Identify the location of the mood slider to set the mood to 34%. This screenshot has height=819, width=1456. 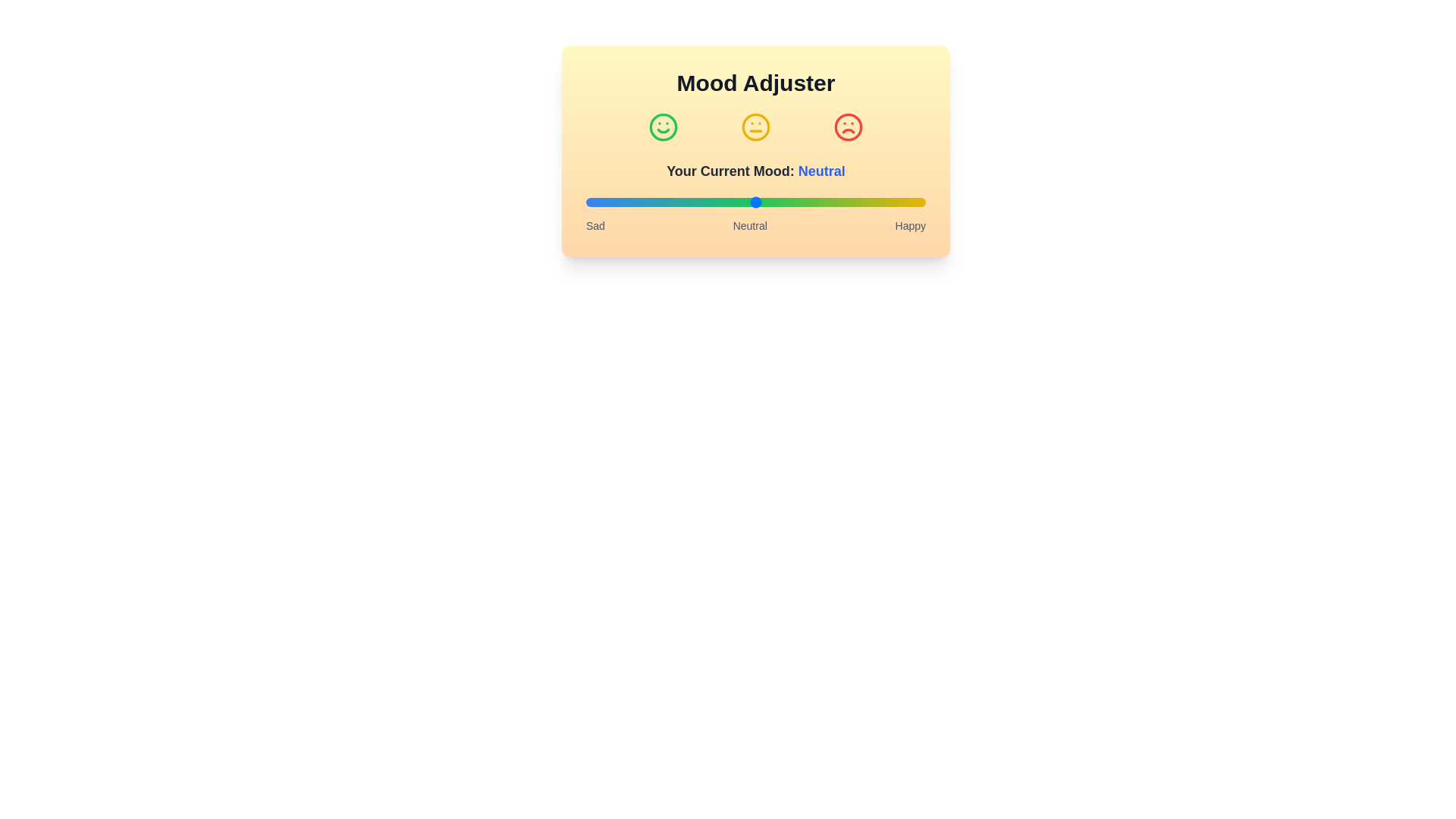
(701, 201).